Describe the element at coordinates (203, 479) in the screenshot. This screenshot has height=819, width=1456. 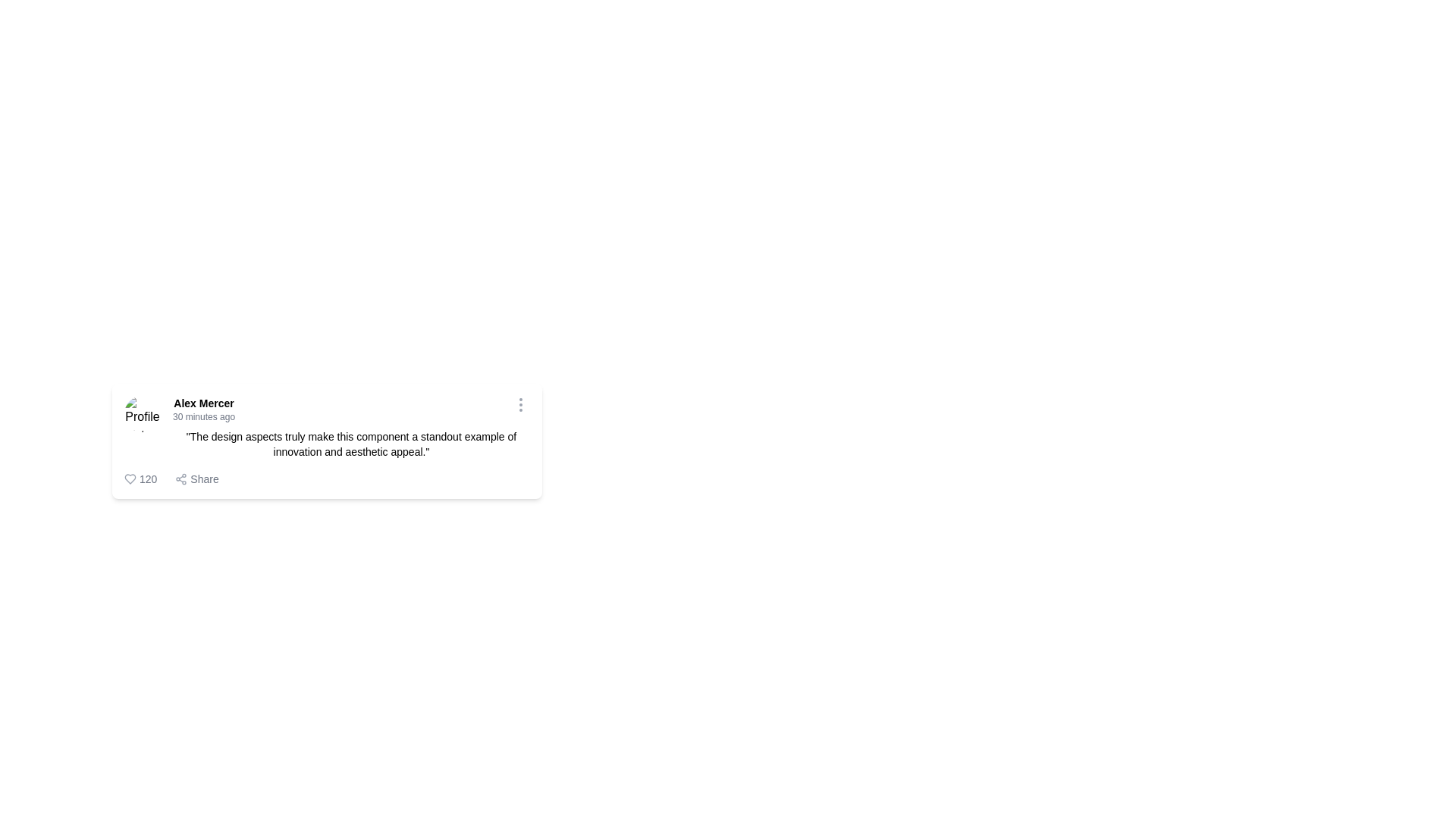
I see `the 'Share' text label, which is positioned immediately to the right of the share icon` at that location.